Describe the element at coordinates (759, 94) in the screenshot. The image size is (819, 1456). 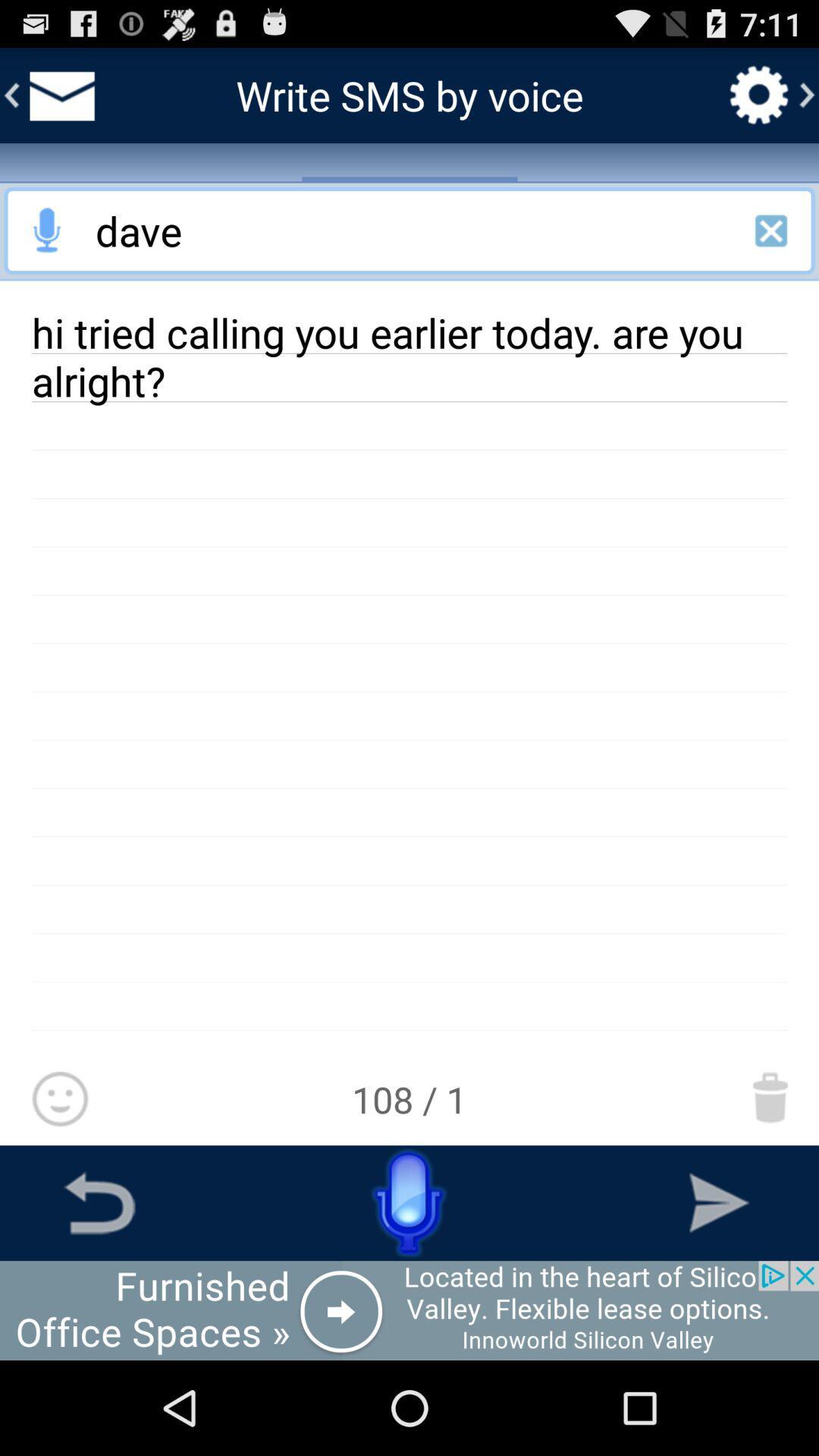
I see `settings` at that location.